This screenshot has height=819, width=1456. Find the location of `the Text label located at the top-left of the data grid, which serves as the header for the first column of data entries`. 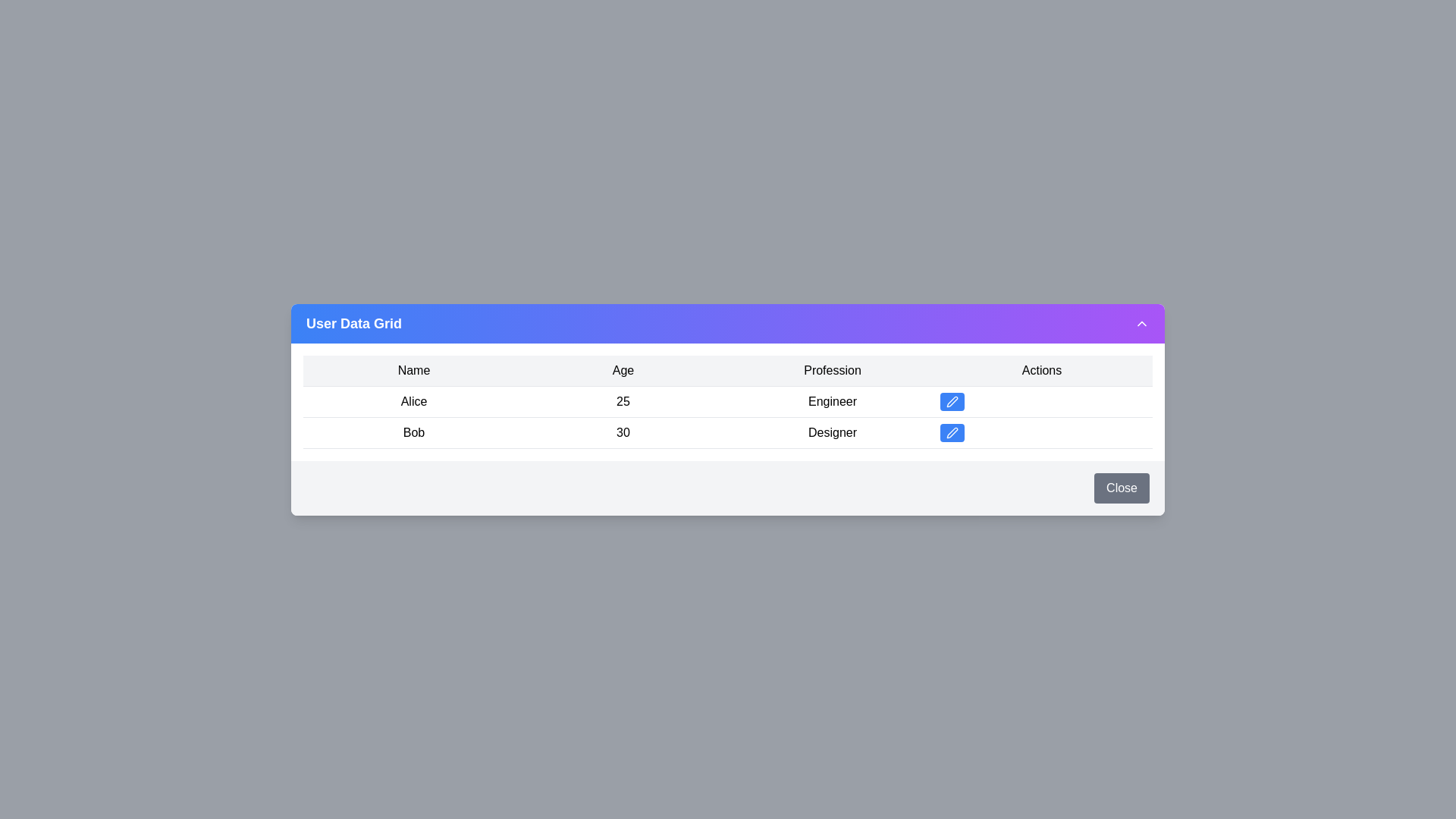

the Text label located at the top-left of the data grid, which serves as the header for the first column of data entries is located at coordinates (414, 370).